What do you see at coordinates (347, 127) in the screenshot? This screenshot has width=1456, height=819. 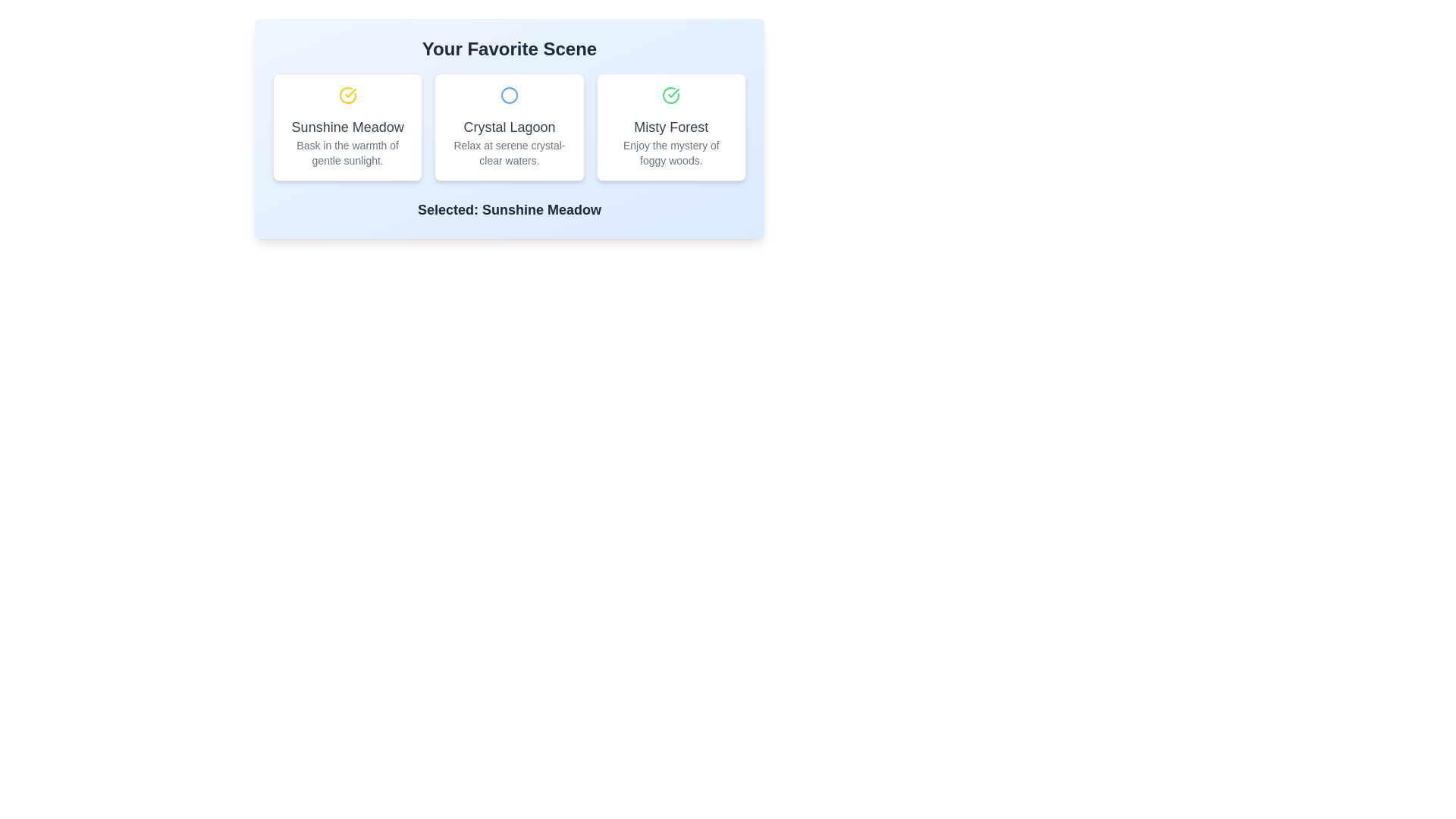 I see `the first Option Card in a multiple-choice selection interface, which is positioned on the leftmost side of the row, adjacent to the 'Crystal Lagoon' card` at bounding box center [347, 127].